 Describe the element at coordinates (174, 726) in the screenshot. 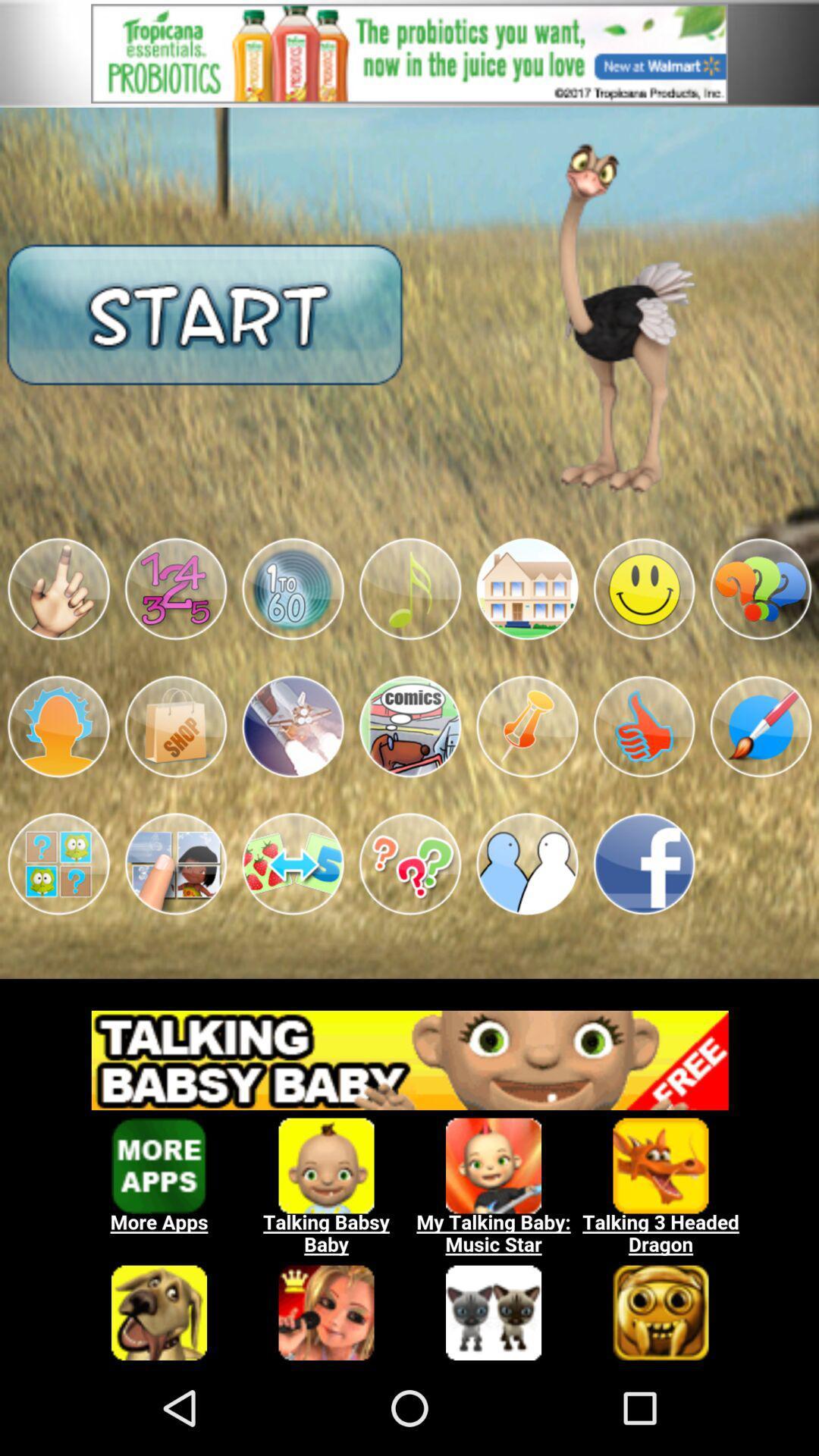

I see `click app` at that location.